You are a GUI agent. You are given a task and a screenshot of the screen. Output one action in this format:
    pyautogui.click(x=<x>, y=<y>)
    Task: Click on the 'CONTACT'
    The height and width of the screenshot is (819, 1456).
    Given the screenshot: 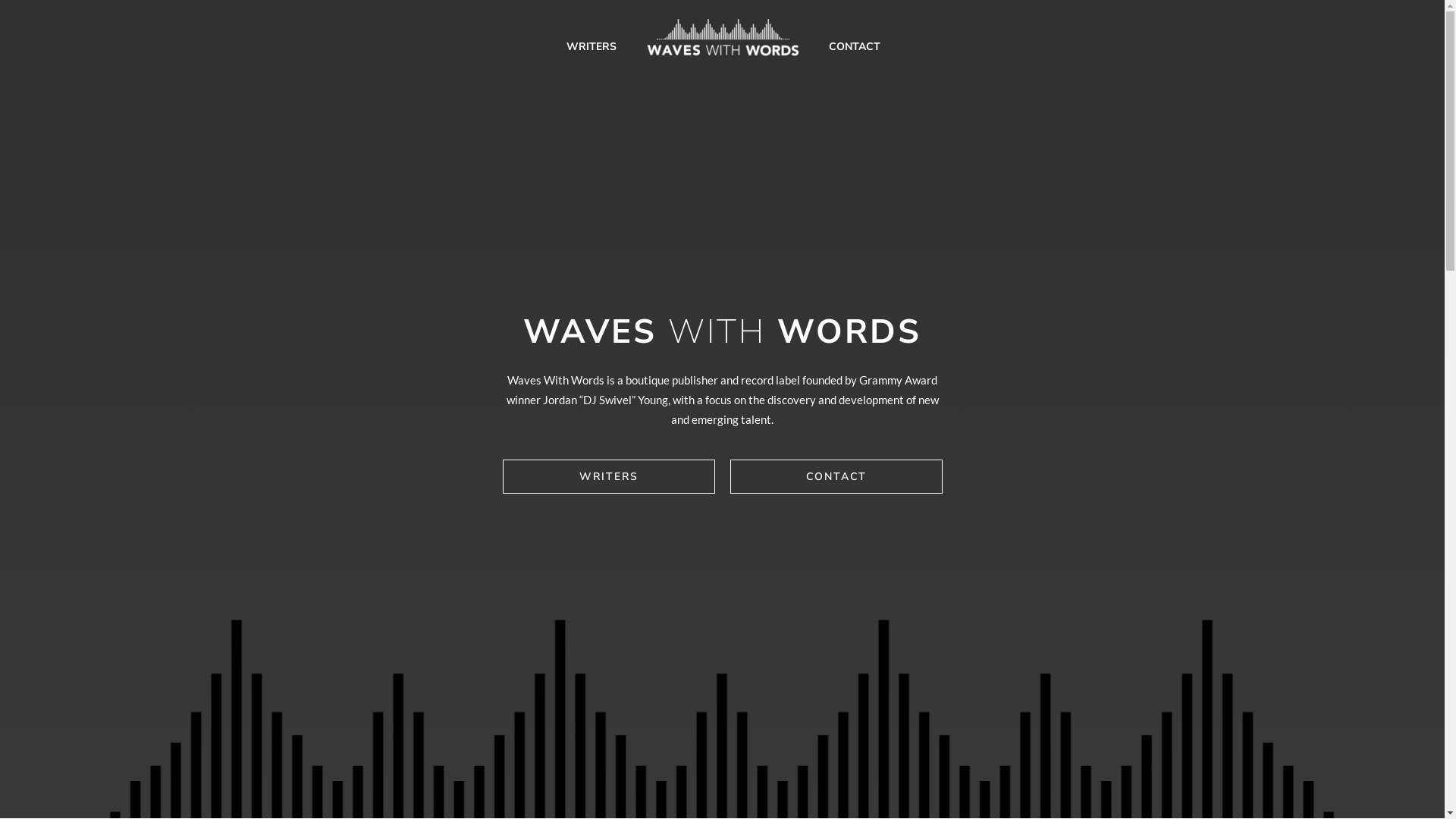 What is the action you would take?
    pyautogui.click(x=729, y=475)
    